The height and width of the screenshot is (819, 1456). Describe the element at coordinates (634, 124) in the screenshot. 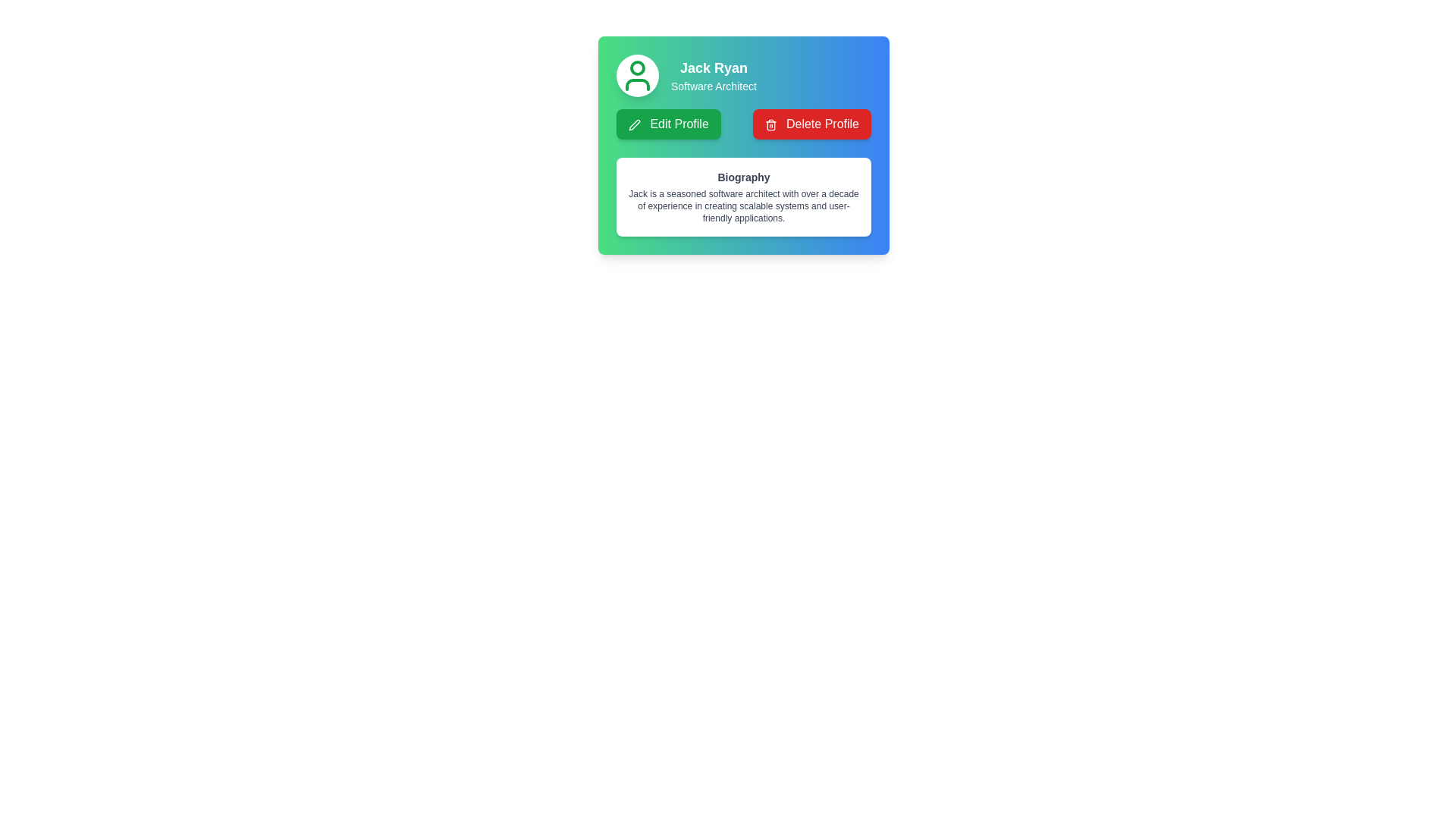

I see `the decorative icon for the 'Edit Profile' button, which is located to the left of the text label within the green button in the header card component` at that location.